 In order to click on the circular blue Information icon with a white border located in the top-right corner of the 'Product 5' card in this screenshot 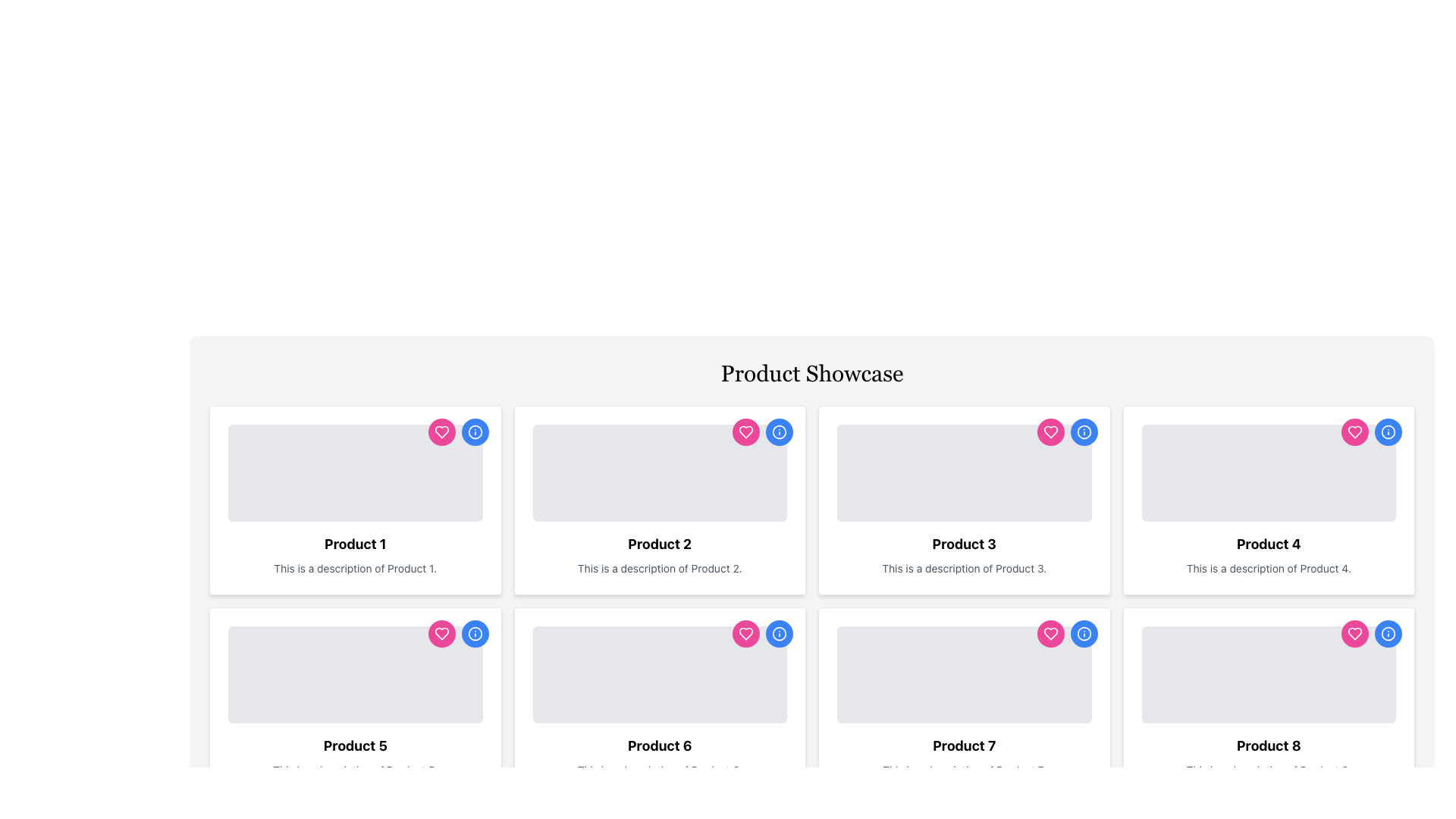, I will do `click(474, 634)`.